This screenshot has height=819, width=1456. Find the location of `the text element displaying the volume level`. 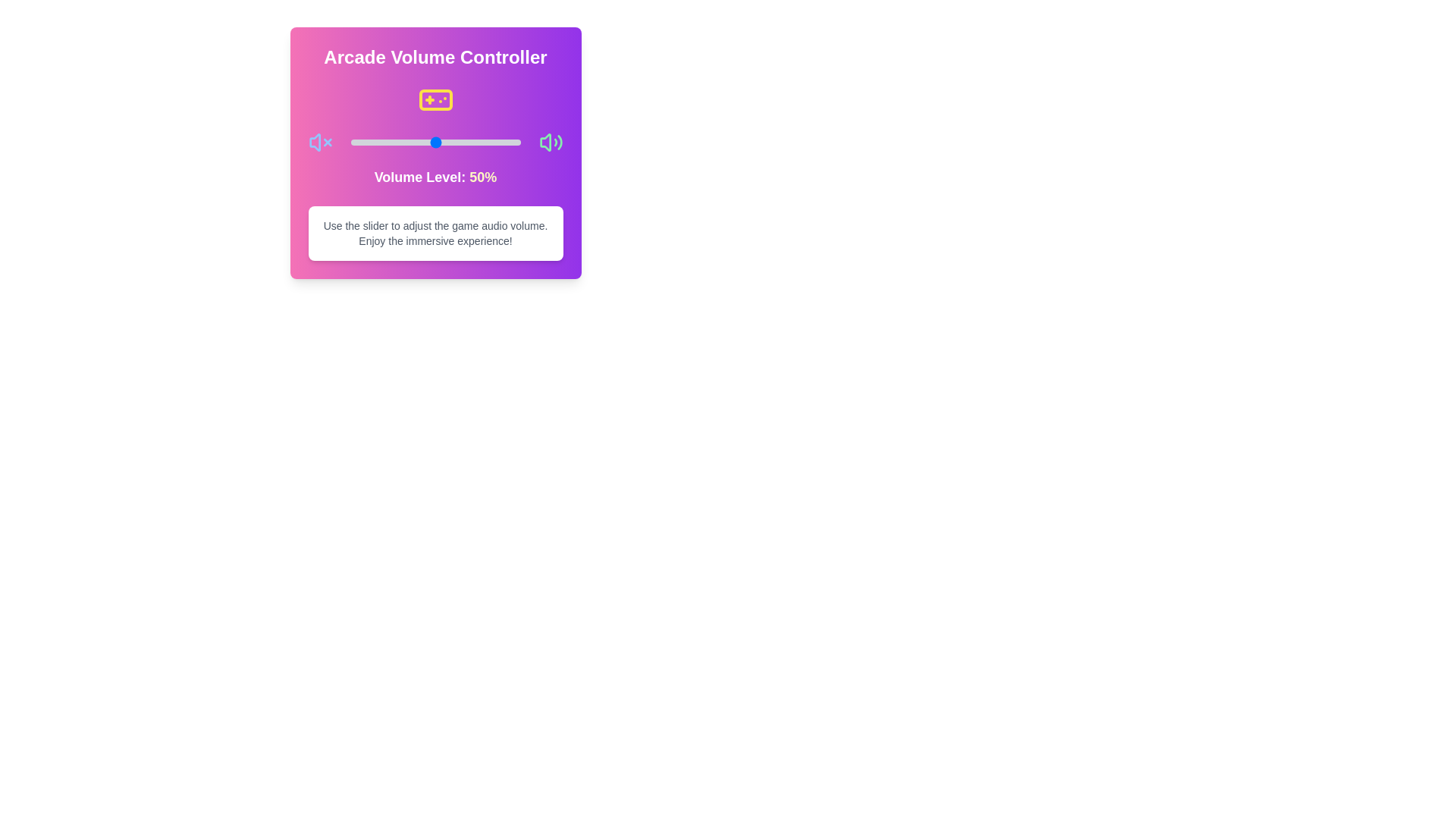

the text element displaying the volume level is located at coordinates (435, 177).